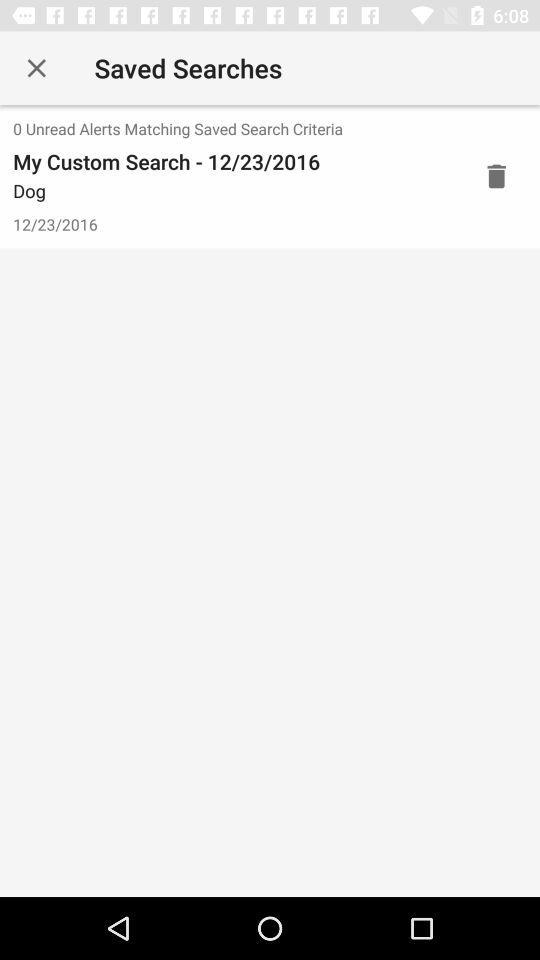  Describe the element at coordinates (495, 175) in the screenshot. I see `icon at the top right corner` at that location.